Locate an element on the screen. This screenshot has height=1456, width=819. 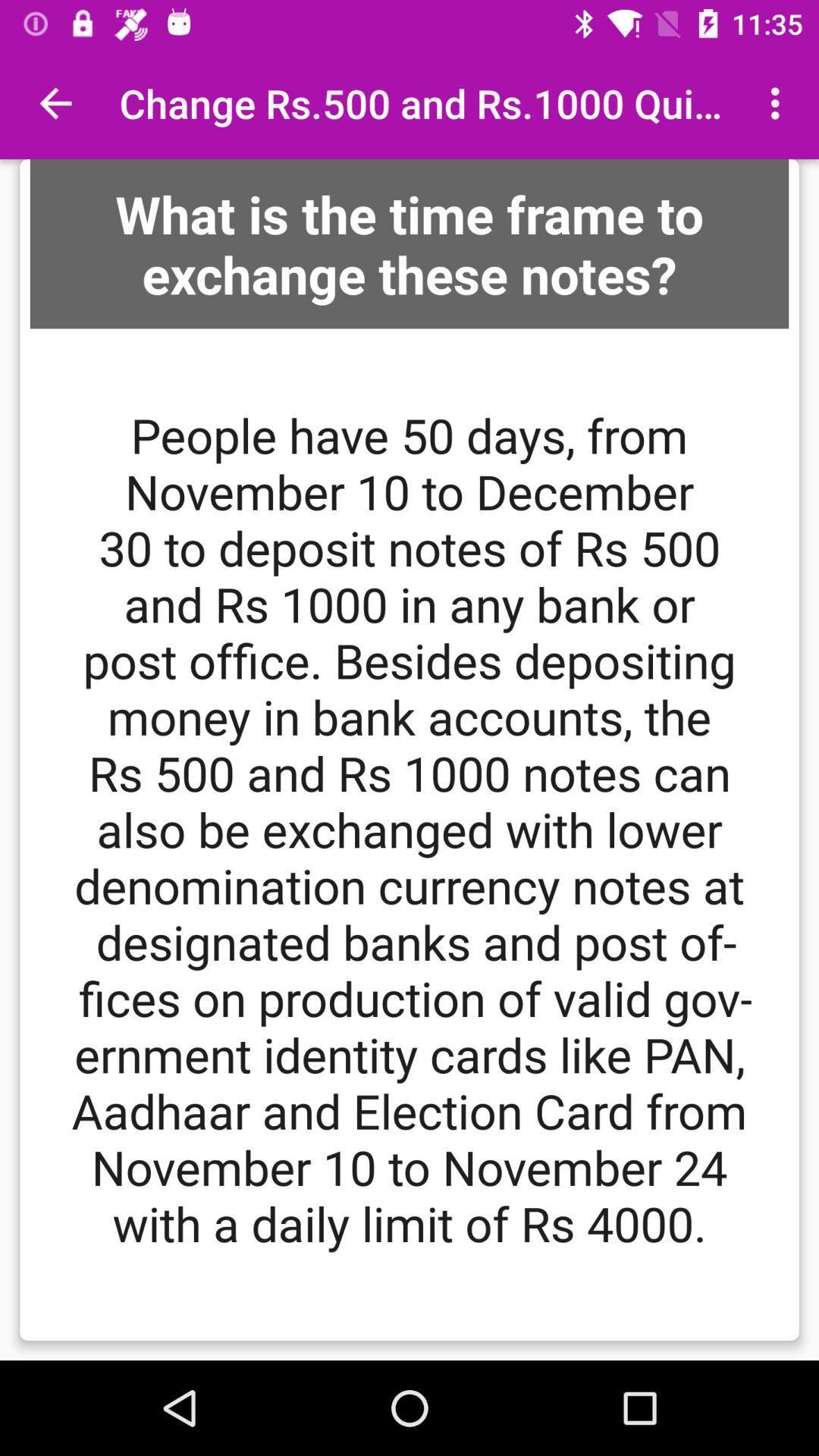
item at the top left corner is located at coordinates (55, 102).